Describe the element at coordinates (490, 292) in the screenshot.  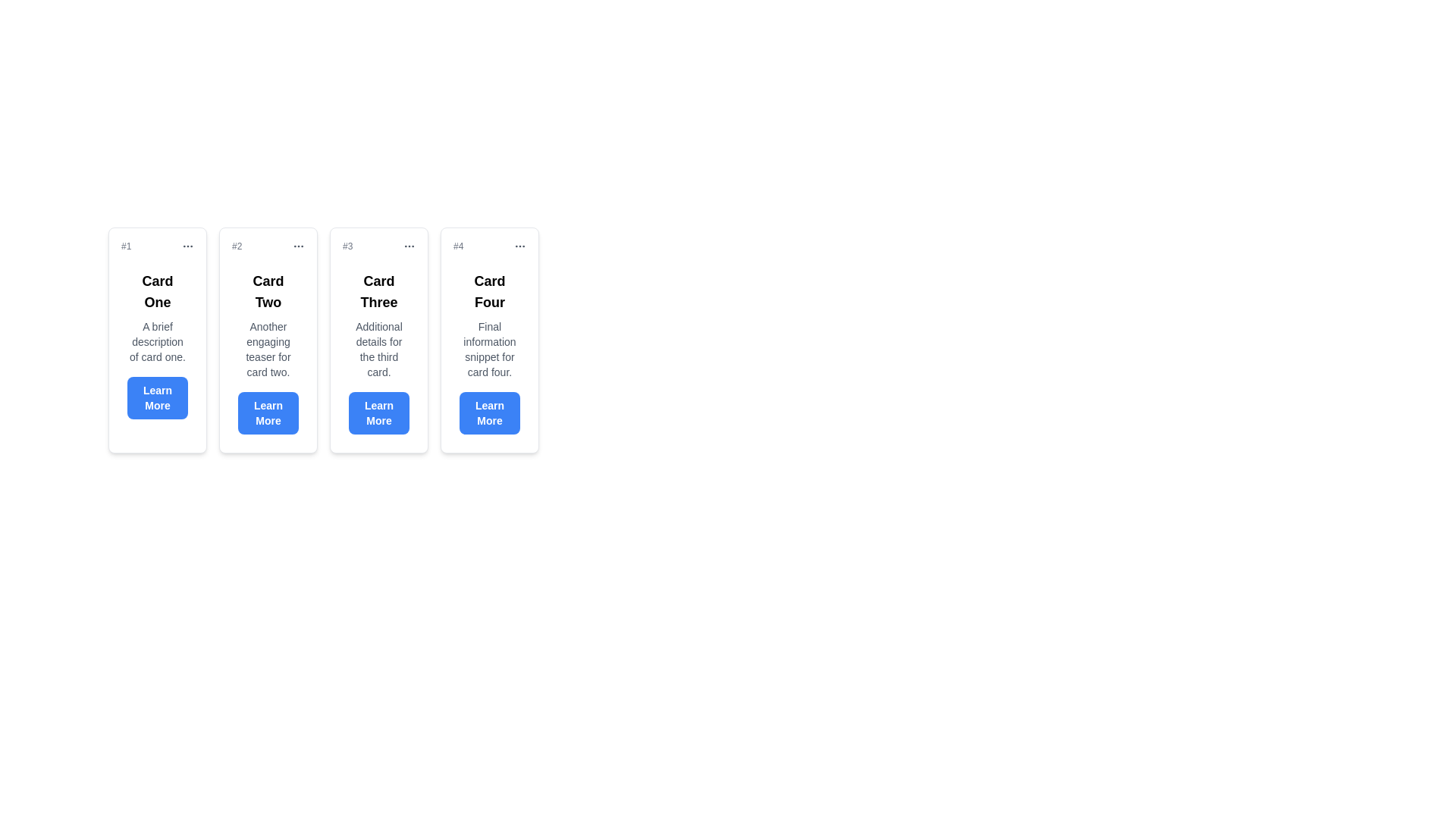
I see `the Text label that serves as the title for the fourth card, which is labeled 'Card Four' and positioned at the top of the card` at that location.